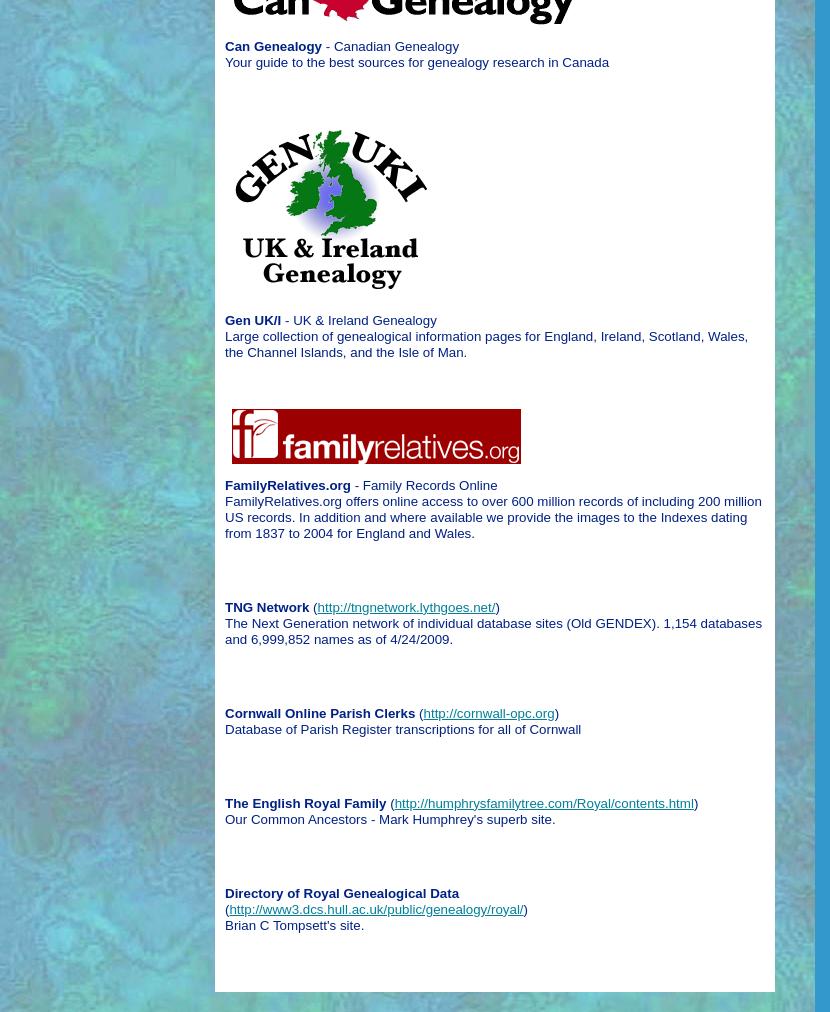 This screenshot has width=830, height=1012. What do you see at coordinates (287, 484) in the screenshot?
I see `'FamilyRelatives.org'` at bounding box center [287, 484].